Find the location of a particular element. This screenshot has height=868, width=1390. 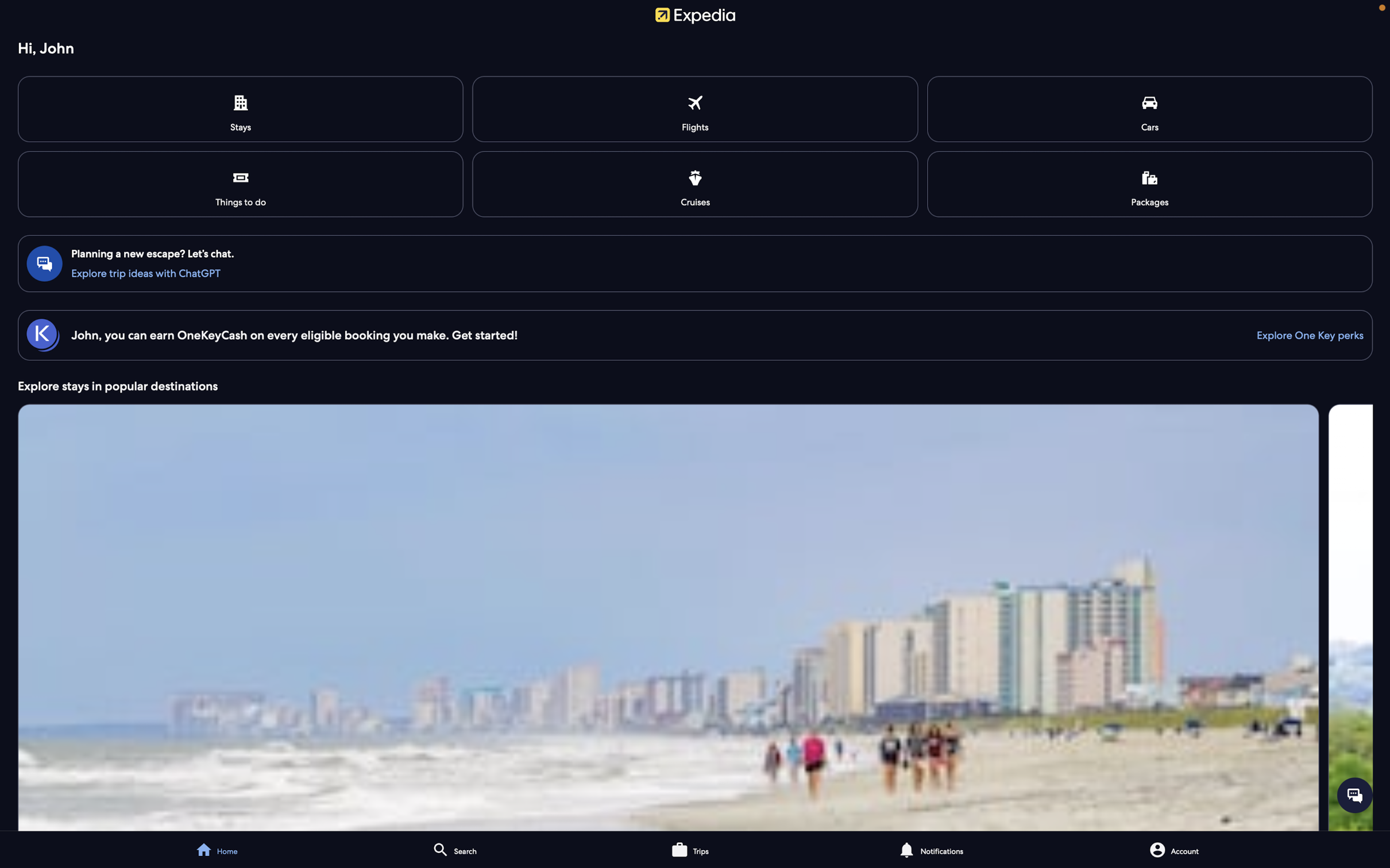

Engage the One Key Cash function is located at coordinates (1304, 334).